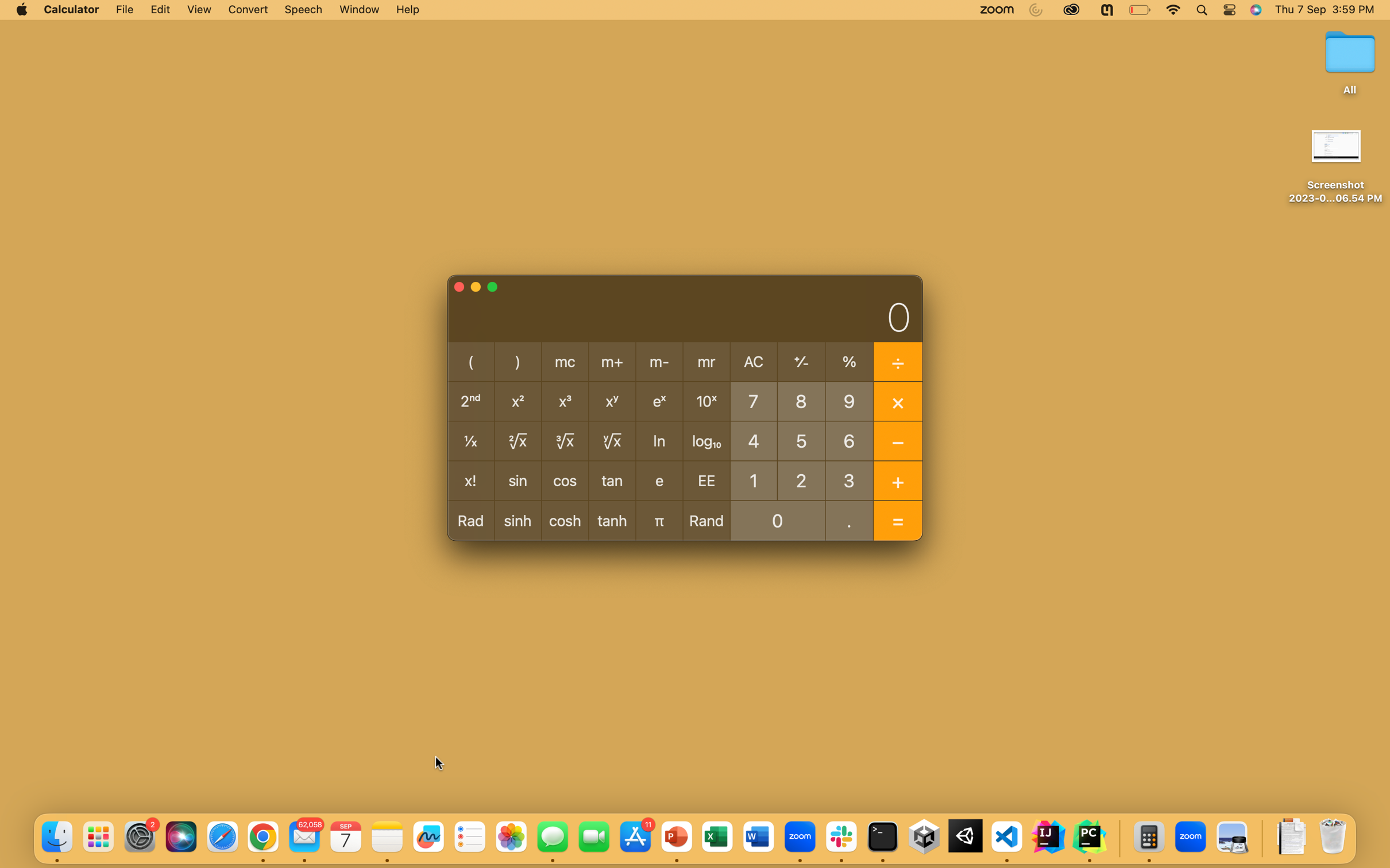 This screenshot has width=1390, height=868. What do you see at coordinates (801, 479) in the screenshot?
I see `Determine the cube root of the number 27` at bounding box center [801, 479].